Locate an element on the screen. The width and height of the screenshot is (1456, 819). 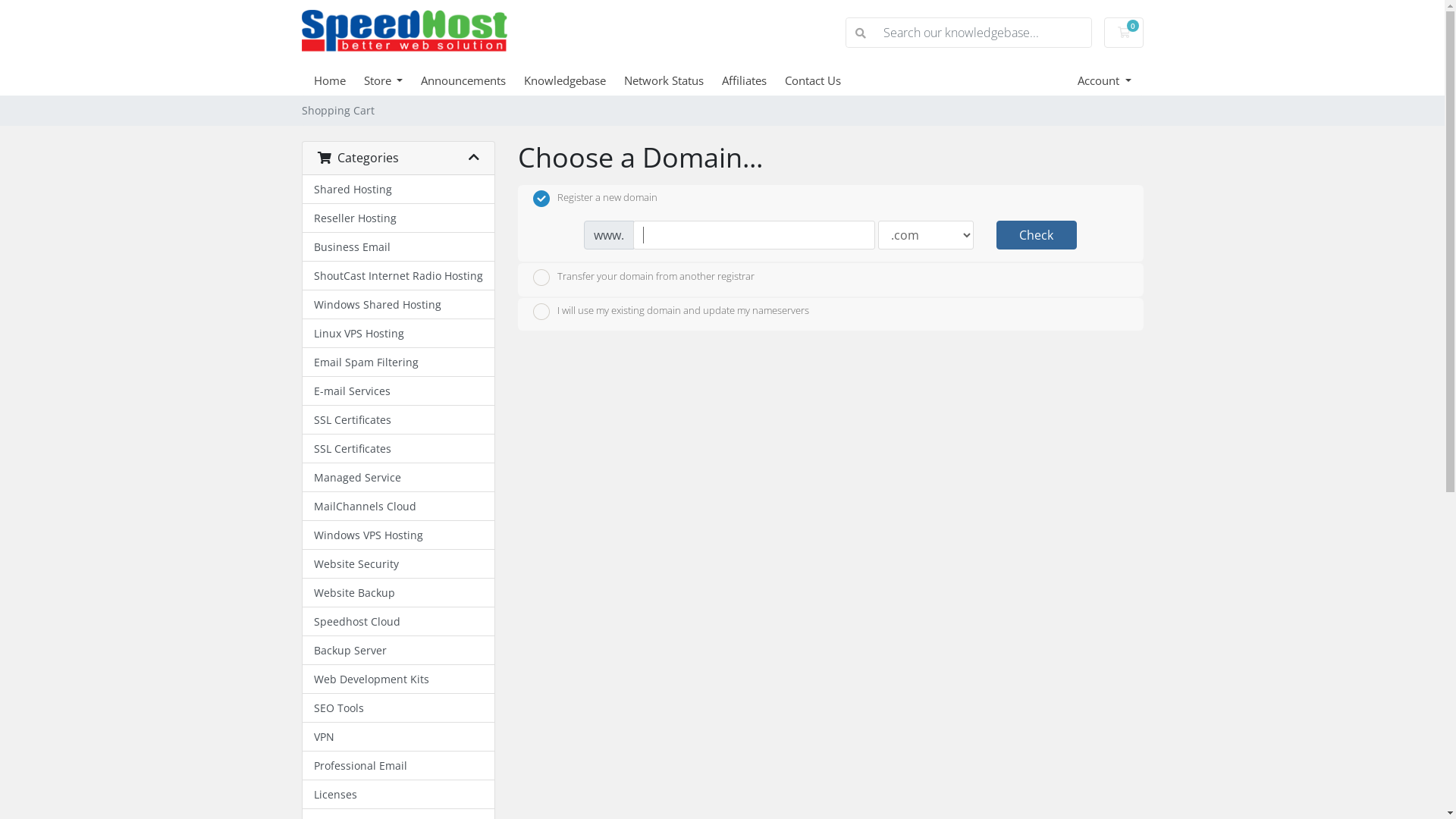
'SEO Tools' is located at coordinates (302, 708).